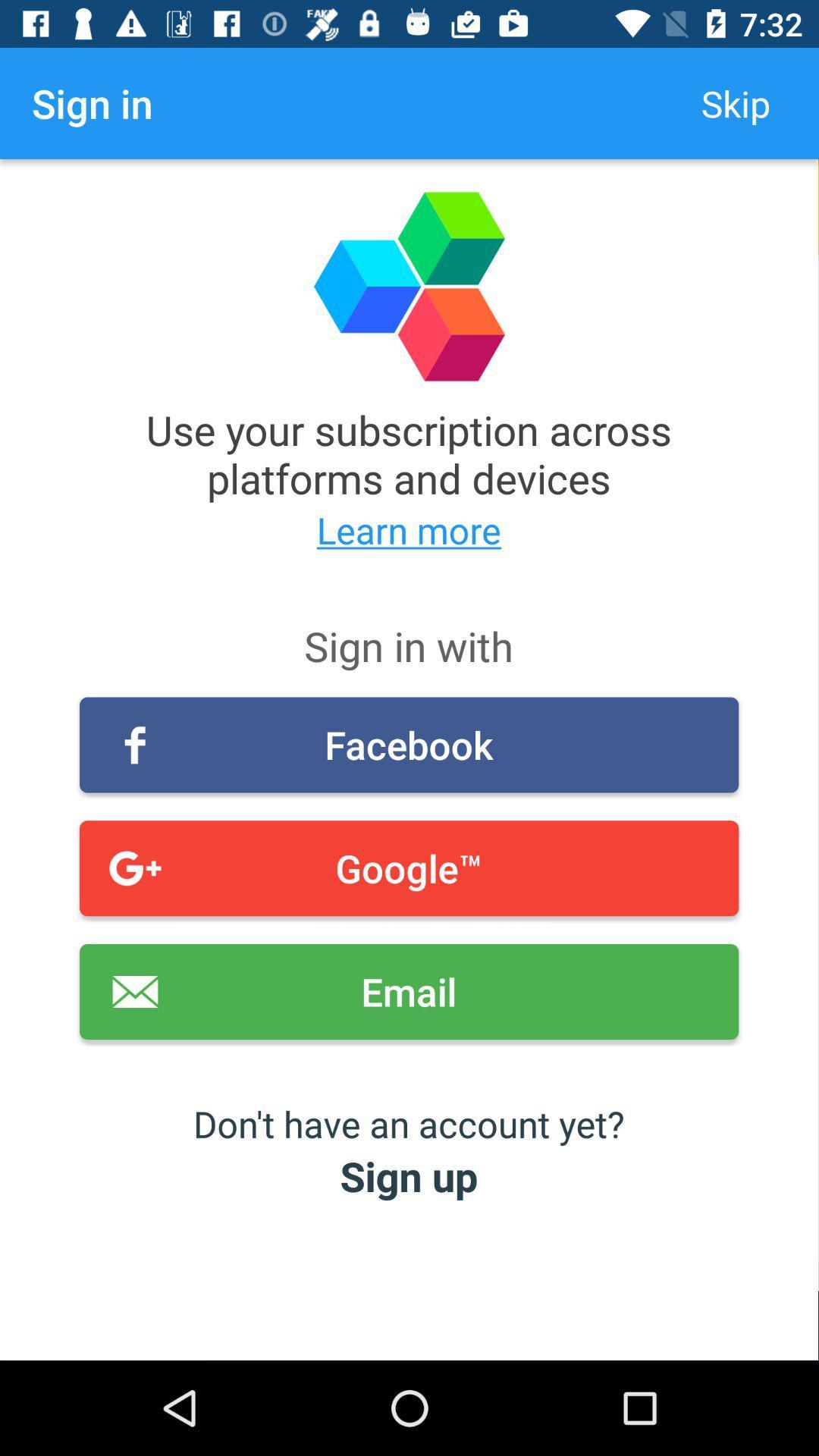 Image resolution: width=819 pixels, height=1456 pixels. What do you see at coordinates (408, 992) in the screenshot?
I see `the email icon` at bounding box center [408, 992].